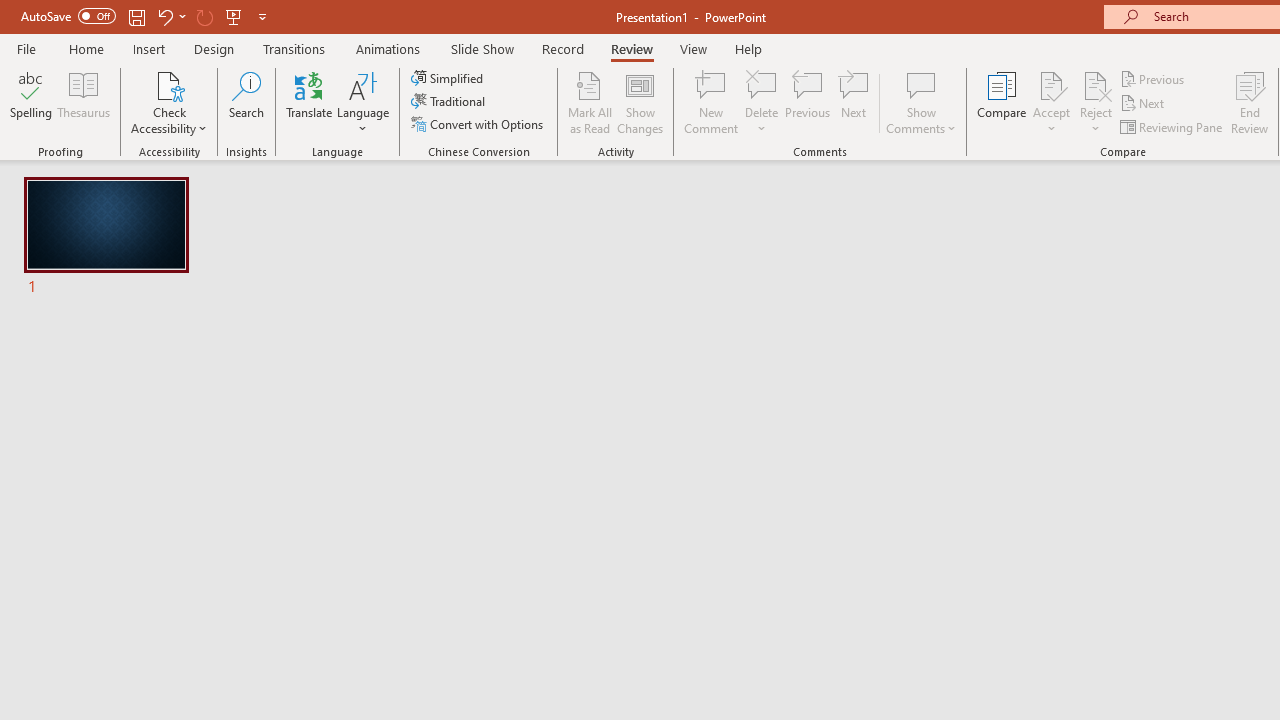 The height and width of the screenshot is (720, 1280). I want to click on 'Reject Change', so click(1095, 84).